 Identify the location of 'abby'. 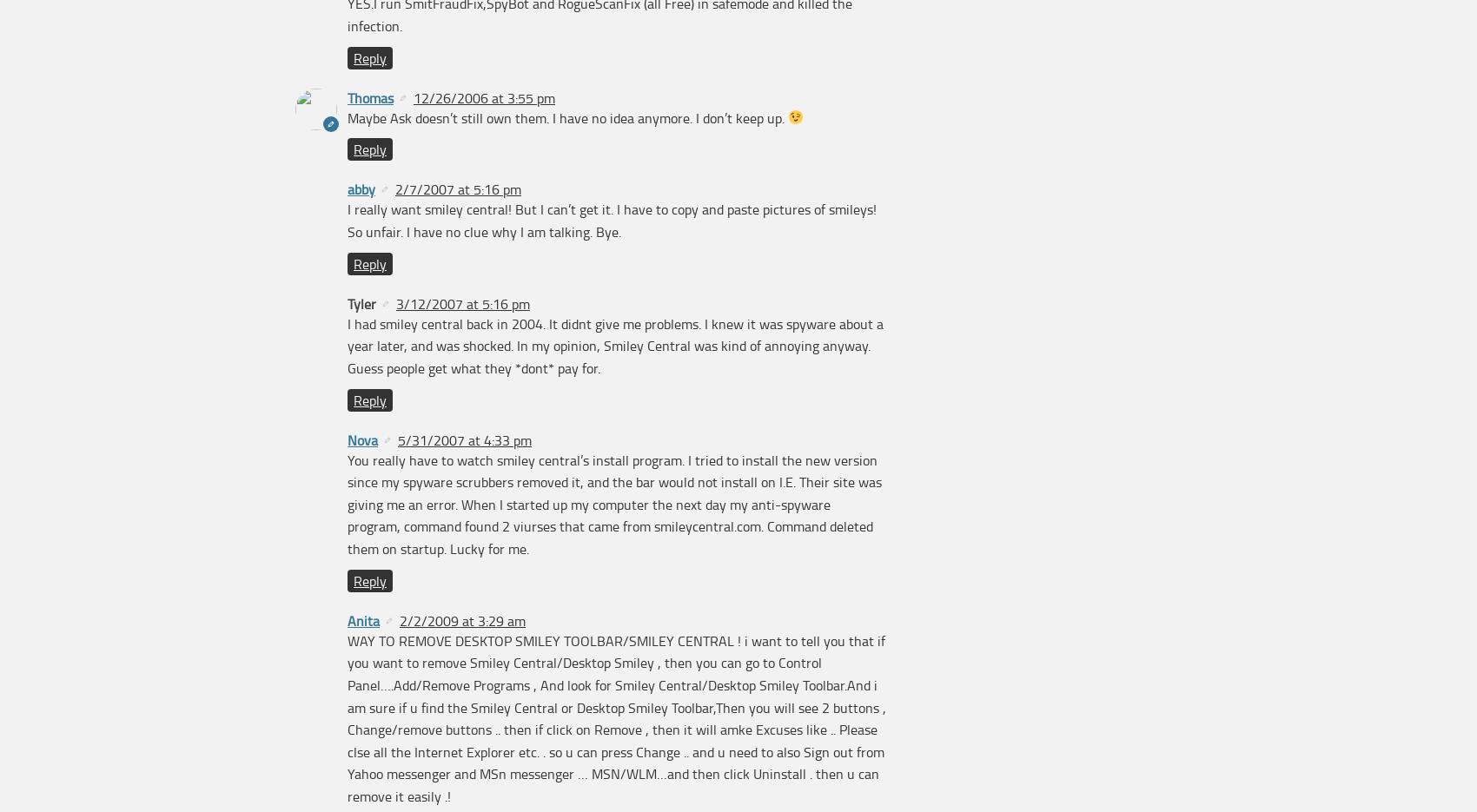
(360, 189).